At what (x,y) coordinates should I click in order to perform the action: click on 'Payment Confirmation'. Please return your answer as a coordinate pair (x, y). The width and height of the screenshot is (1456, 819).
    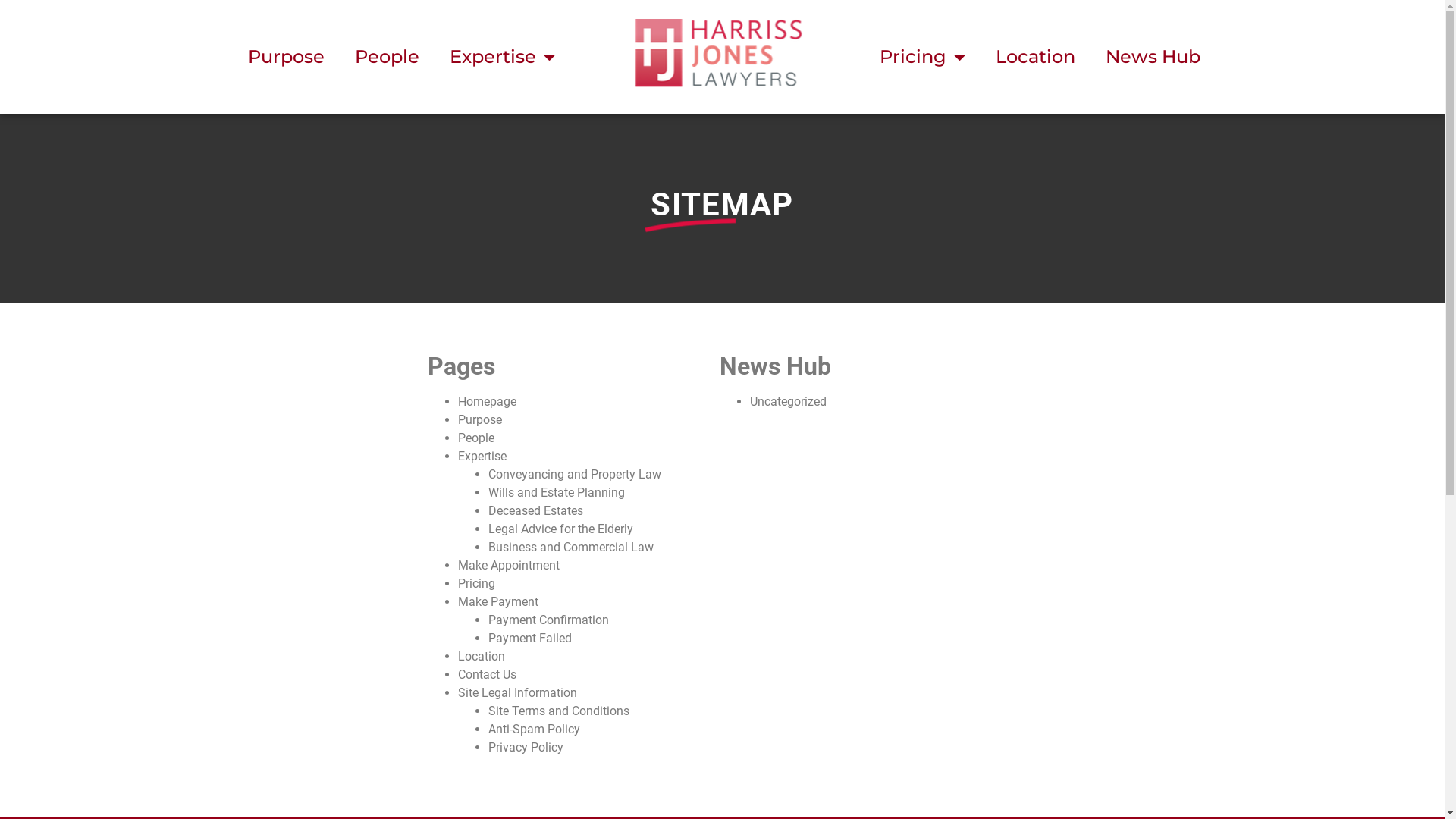
    Looking at the image, I should click on (488, 620).